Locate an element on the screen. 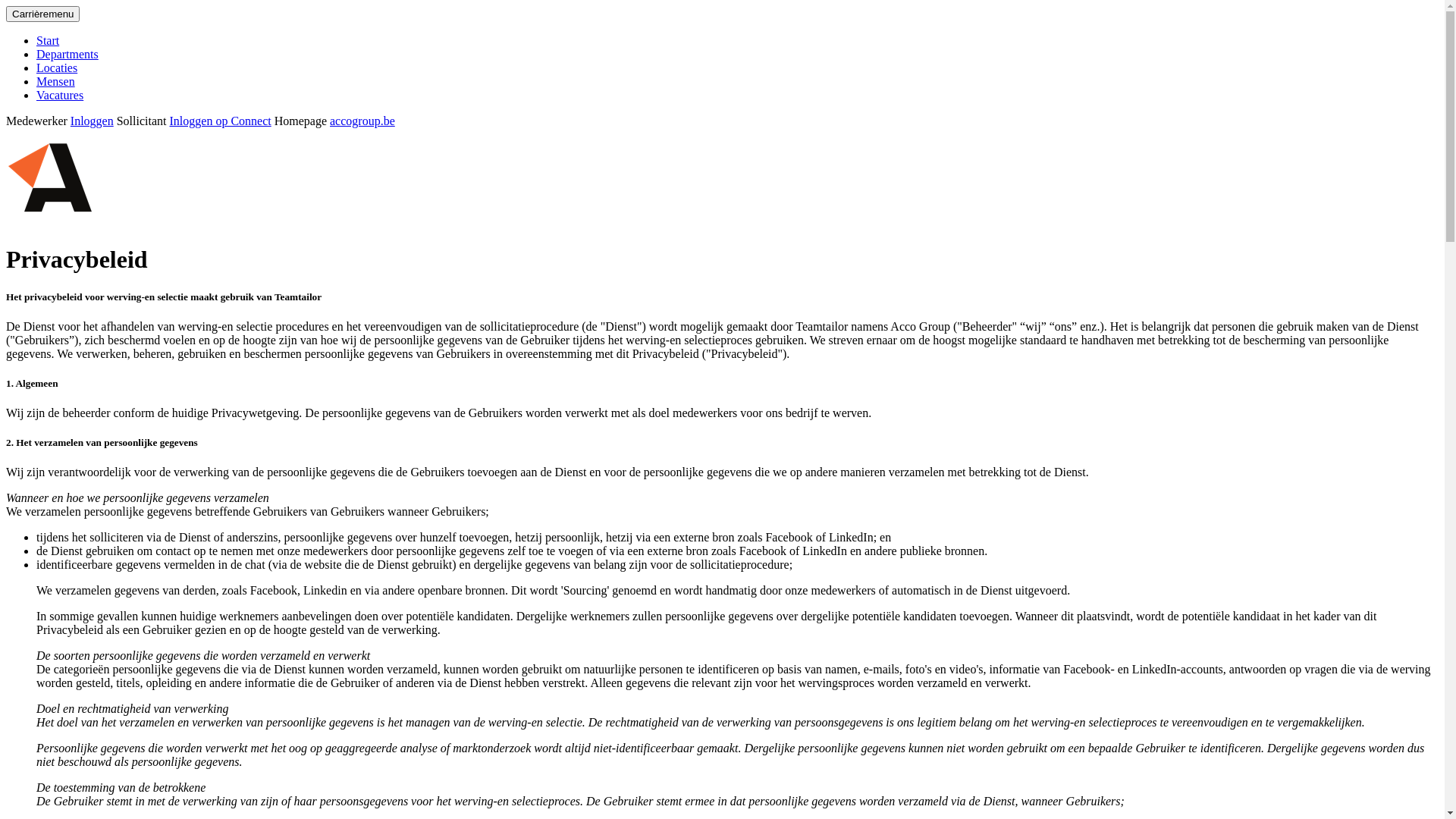 The image size is (1456, 819). 'Inloggen op Connect' is located at coordinates (220, 120).